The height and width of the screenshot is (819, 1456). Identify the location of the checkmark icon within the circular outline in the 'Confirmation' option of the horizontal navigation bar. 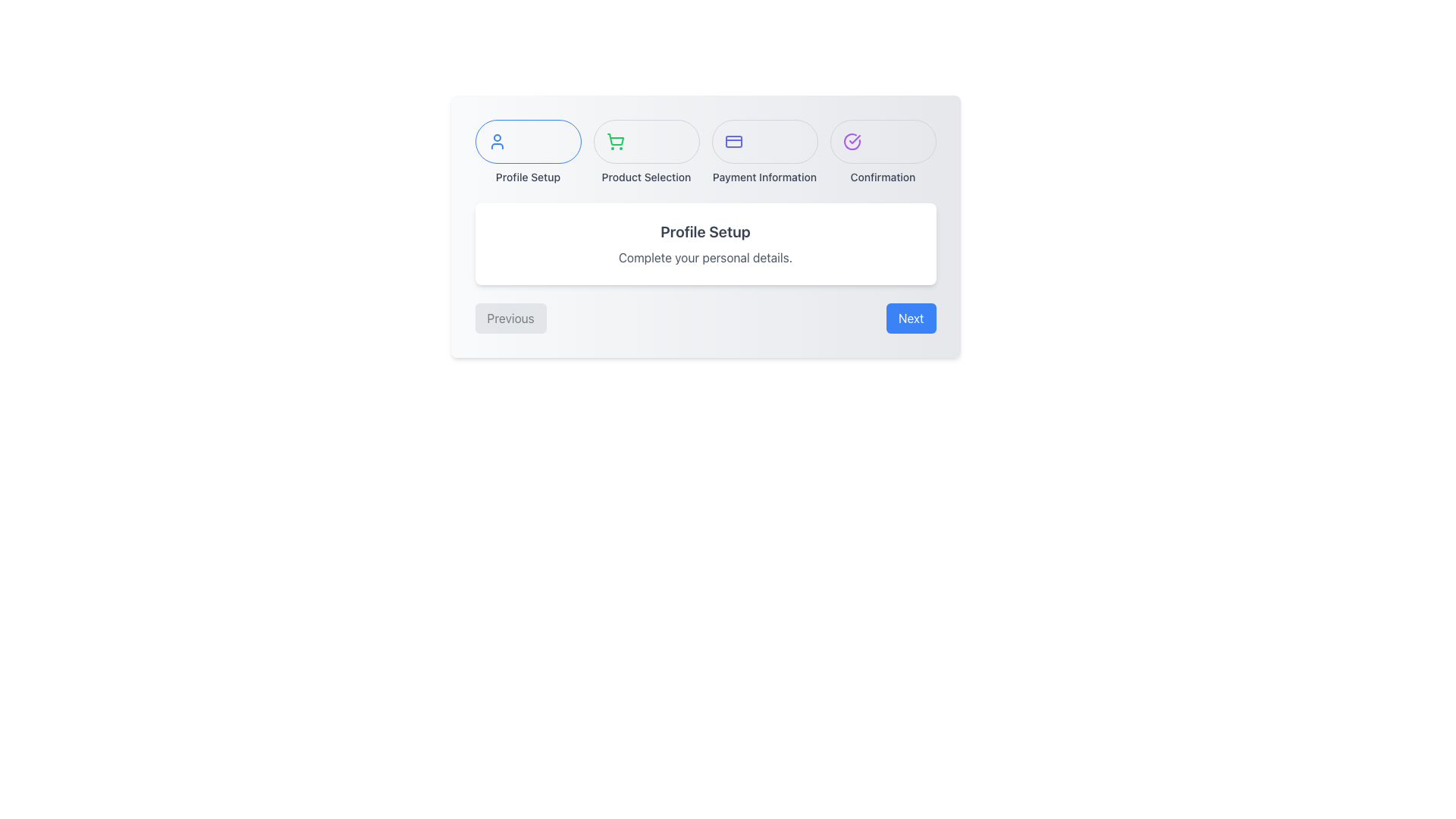
(855, 140).